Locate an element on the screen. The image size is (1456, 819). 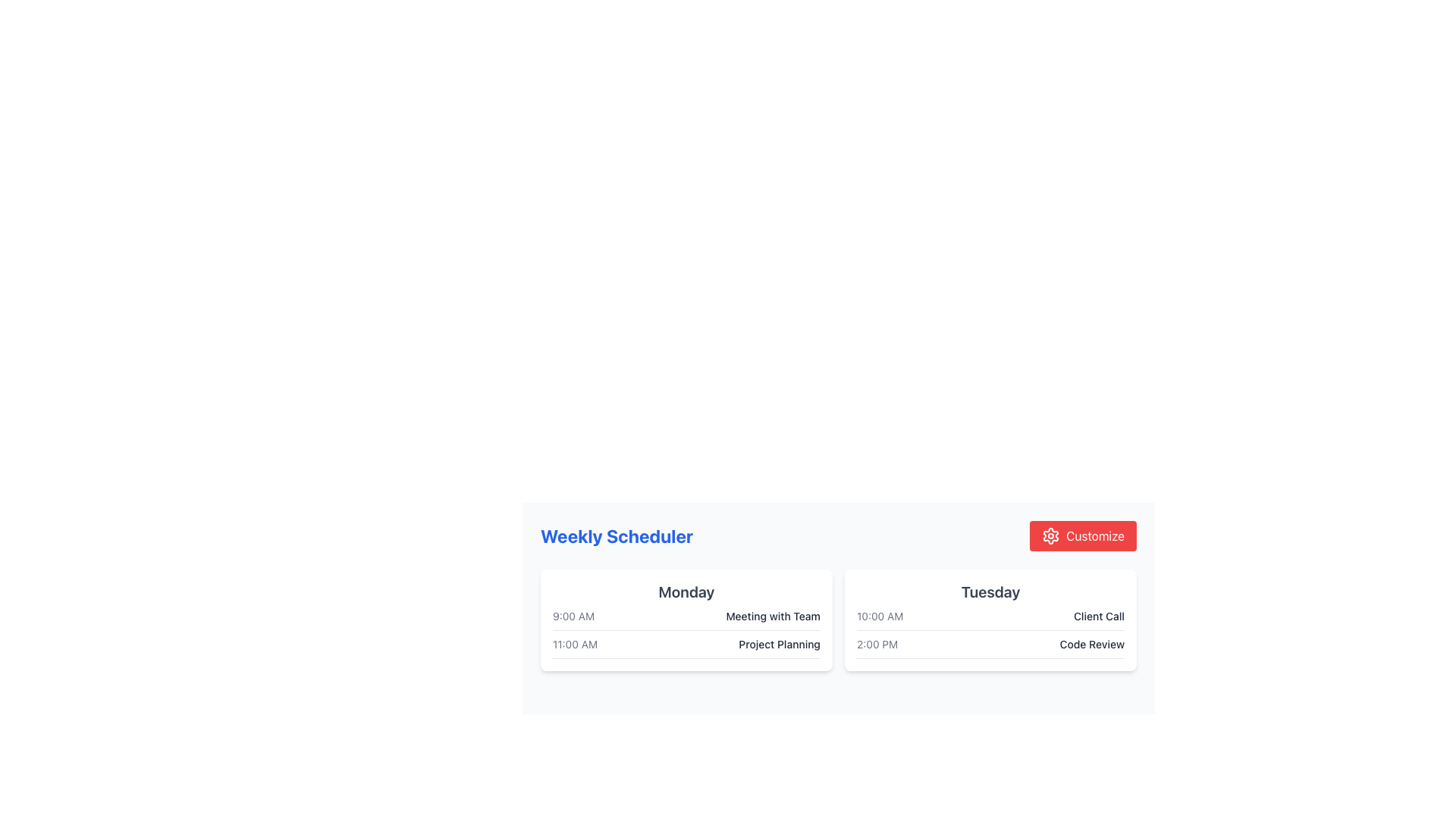
the 'settings' icon within the 'Customize' button located in the top-right corner of the scheduler view is located at coordinates (1050, 535).